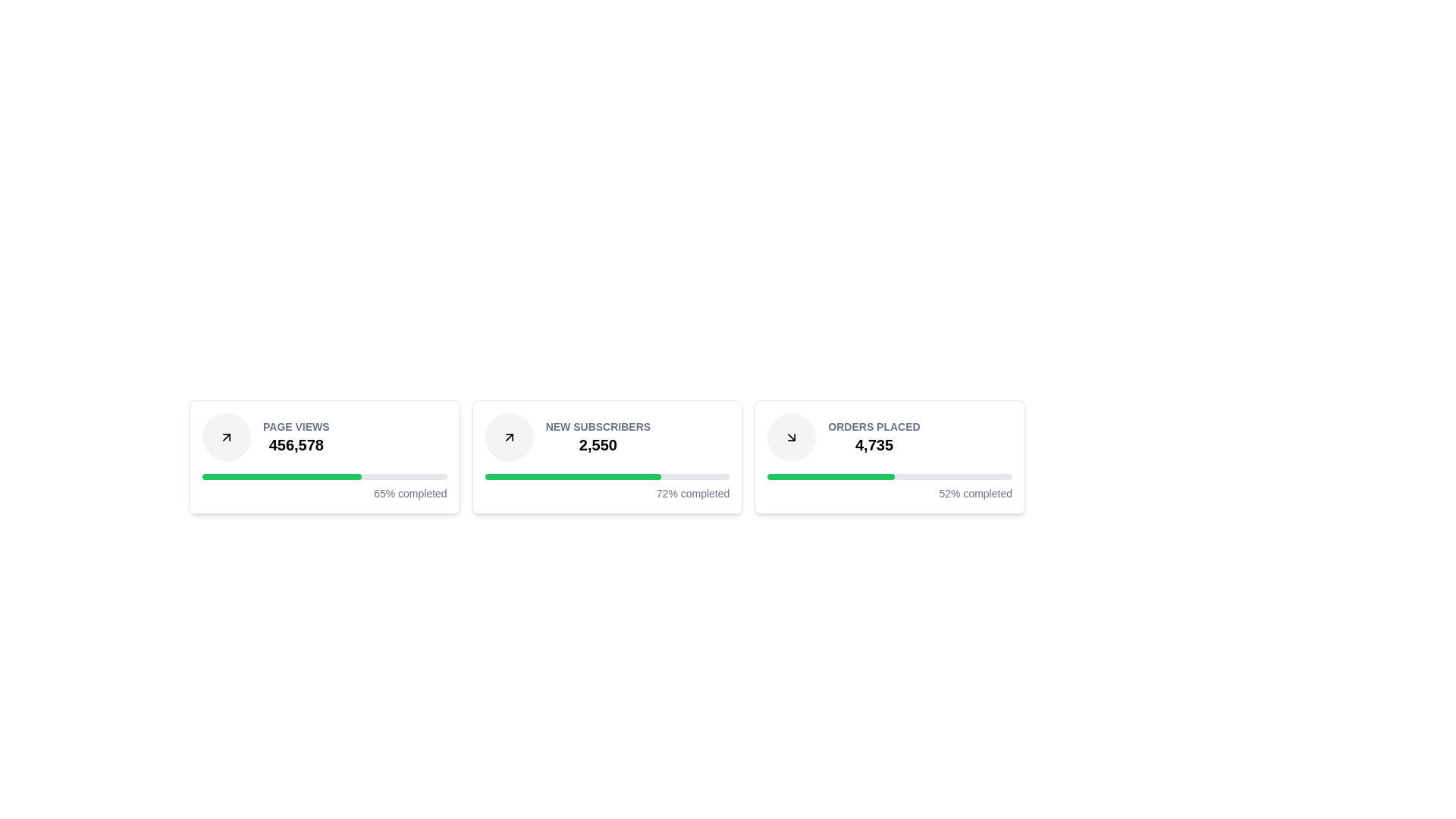 The width and height of the screenshot is (1456, 819). Describe the element at coordinates (607, 475) in the screenshot. I see `the current progress value visually by focusing on the horizontal progress bar styled with a gray background and rounded edges, which indicates '72% completed'` at that location.